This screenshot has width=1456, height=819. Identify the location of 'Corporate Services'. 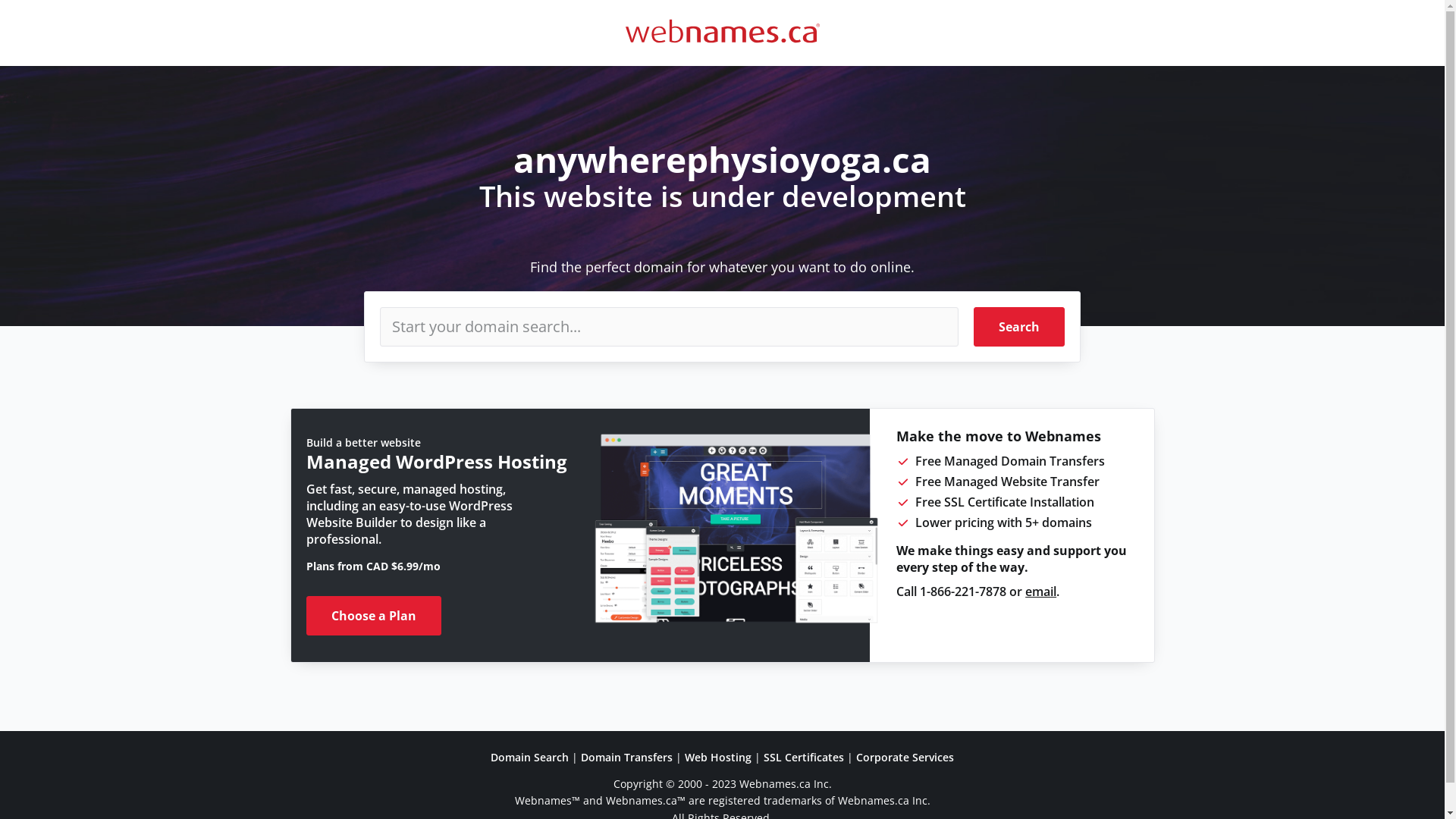
(905, 757).